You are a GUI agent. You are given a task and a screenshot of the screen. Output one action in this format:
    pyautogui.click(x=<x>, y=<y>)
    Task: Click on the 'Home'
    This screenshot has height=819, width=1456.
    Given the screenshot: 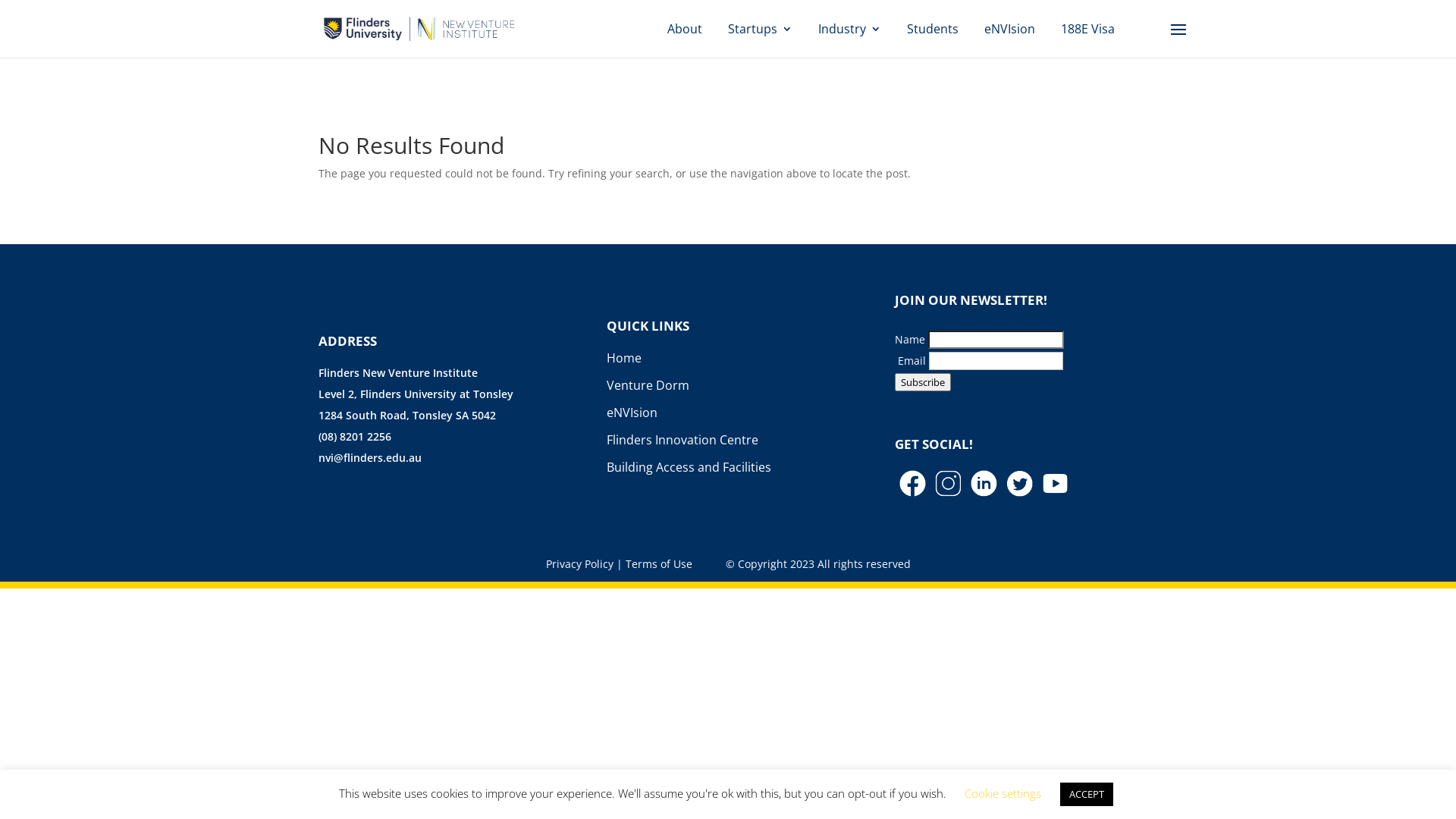 What is the action you would take?
    pyautogui.click(x=623, y=357)
    